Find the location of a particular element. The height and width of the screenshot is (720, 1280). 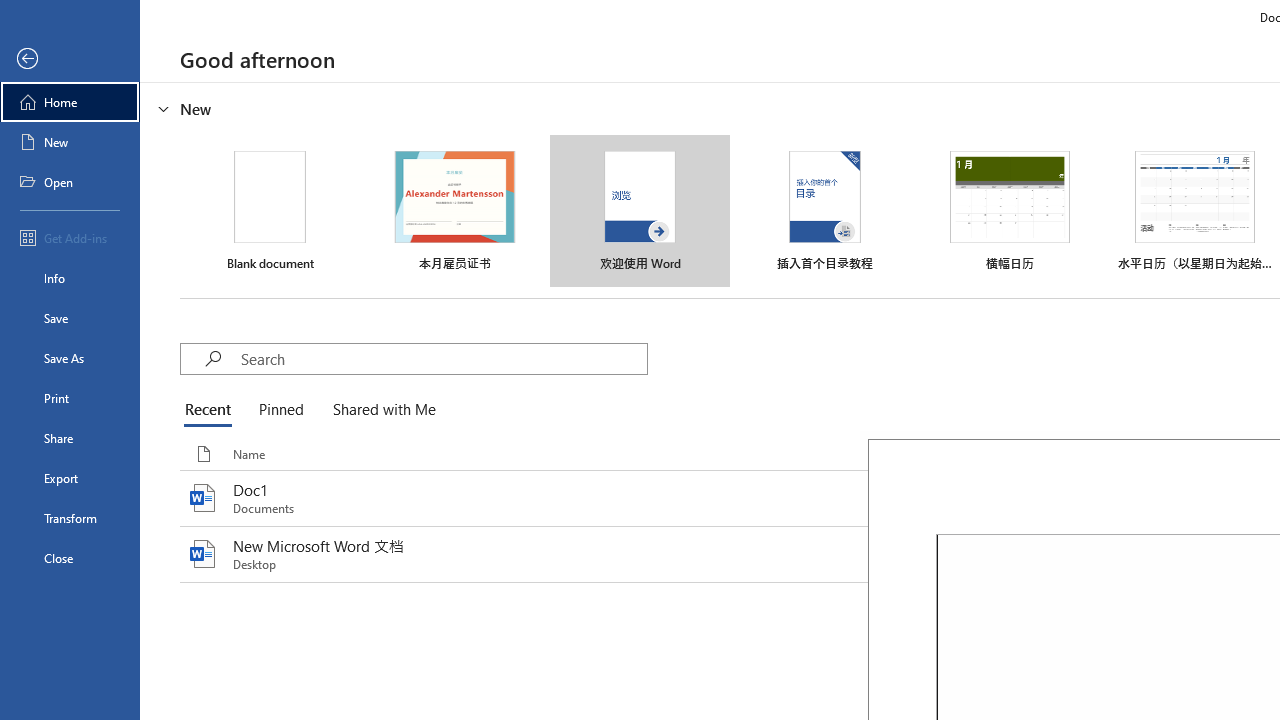

'Recent' is located at coordinates (212, 410).